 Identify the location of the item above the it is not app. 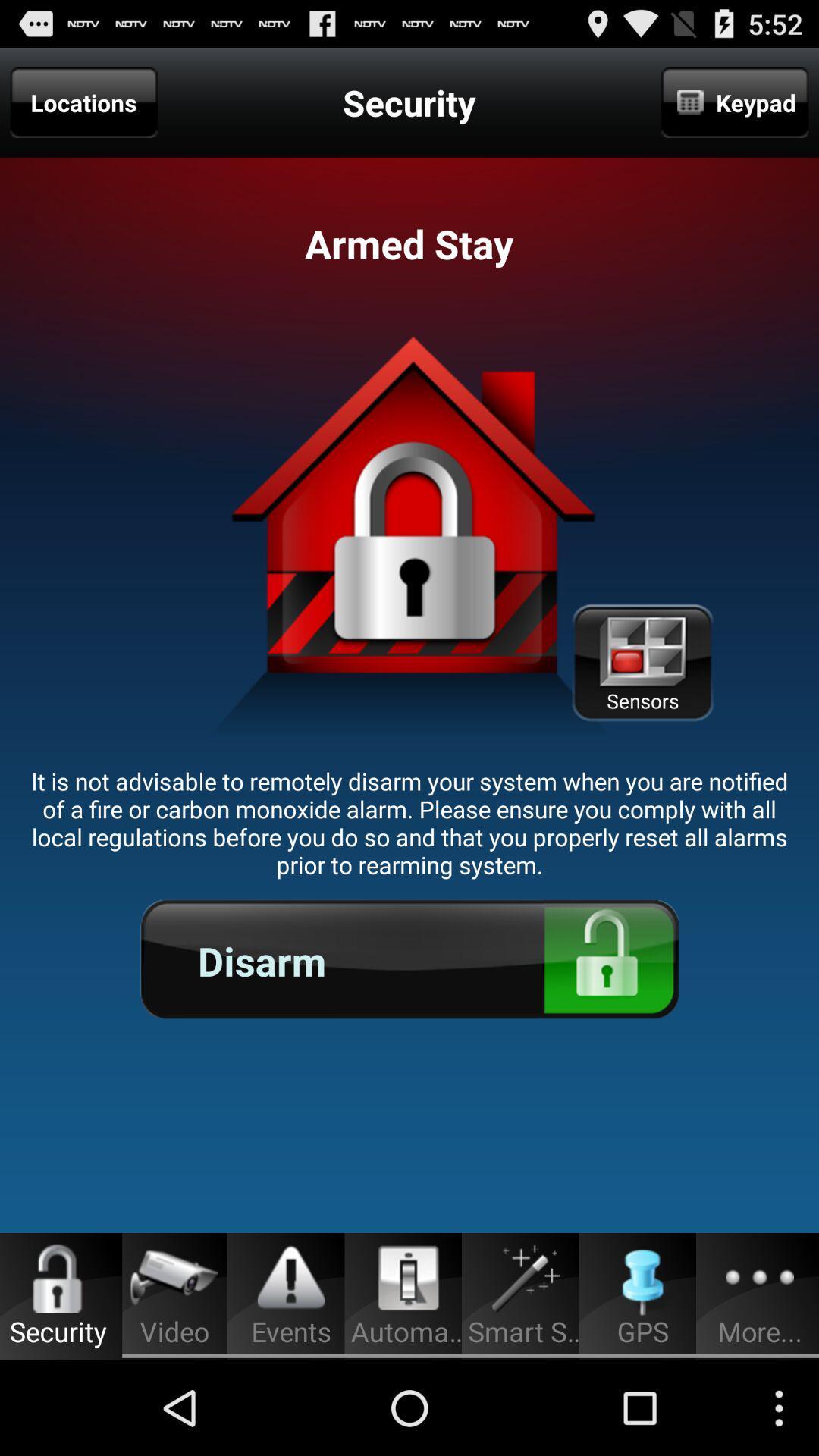
(83, 102).